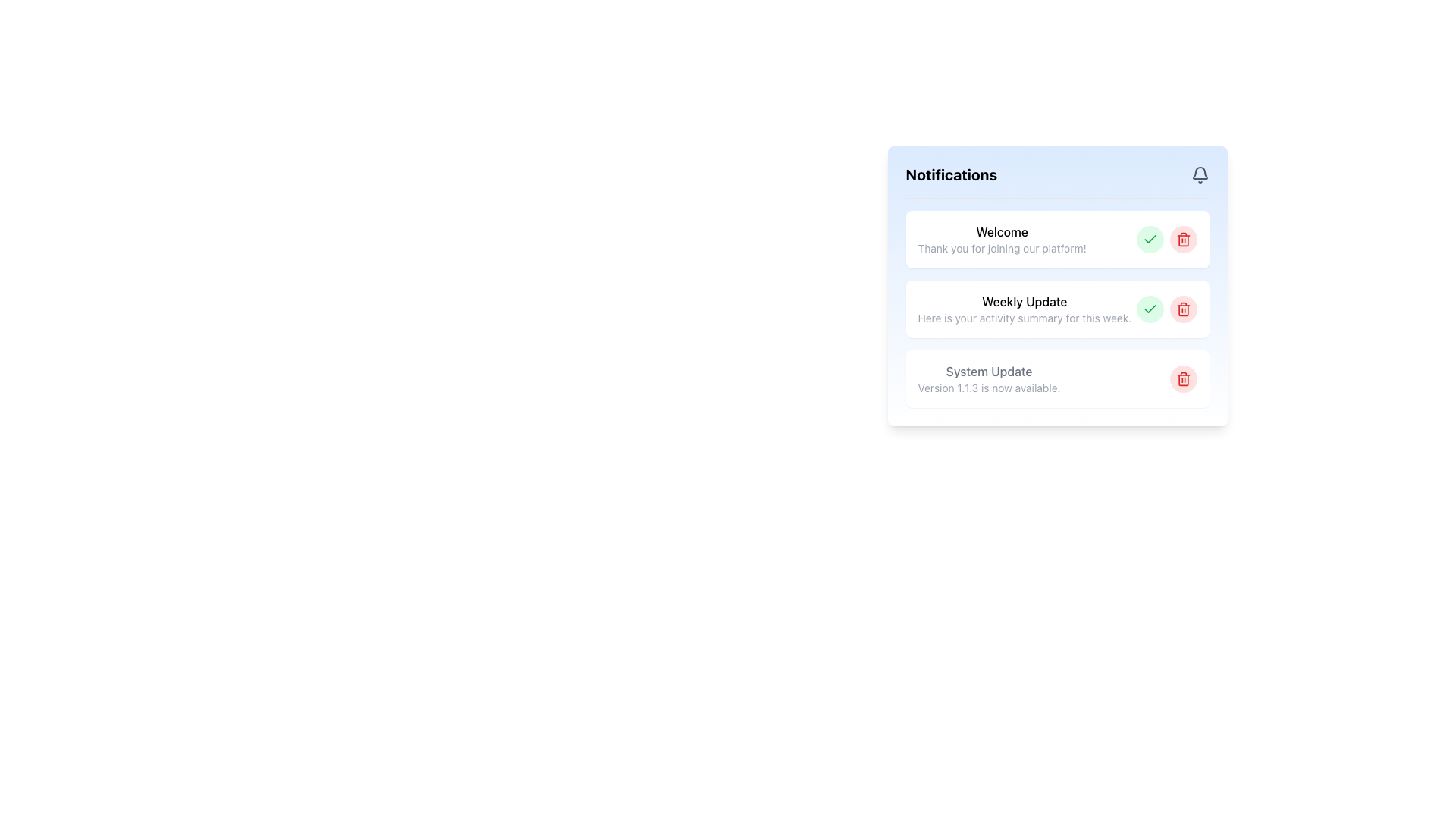  I want to click on the text snippet reading 'Thank you for joining our platform!' located below the 'Welcome' heading within the notification card, so click(1002, 247).